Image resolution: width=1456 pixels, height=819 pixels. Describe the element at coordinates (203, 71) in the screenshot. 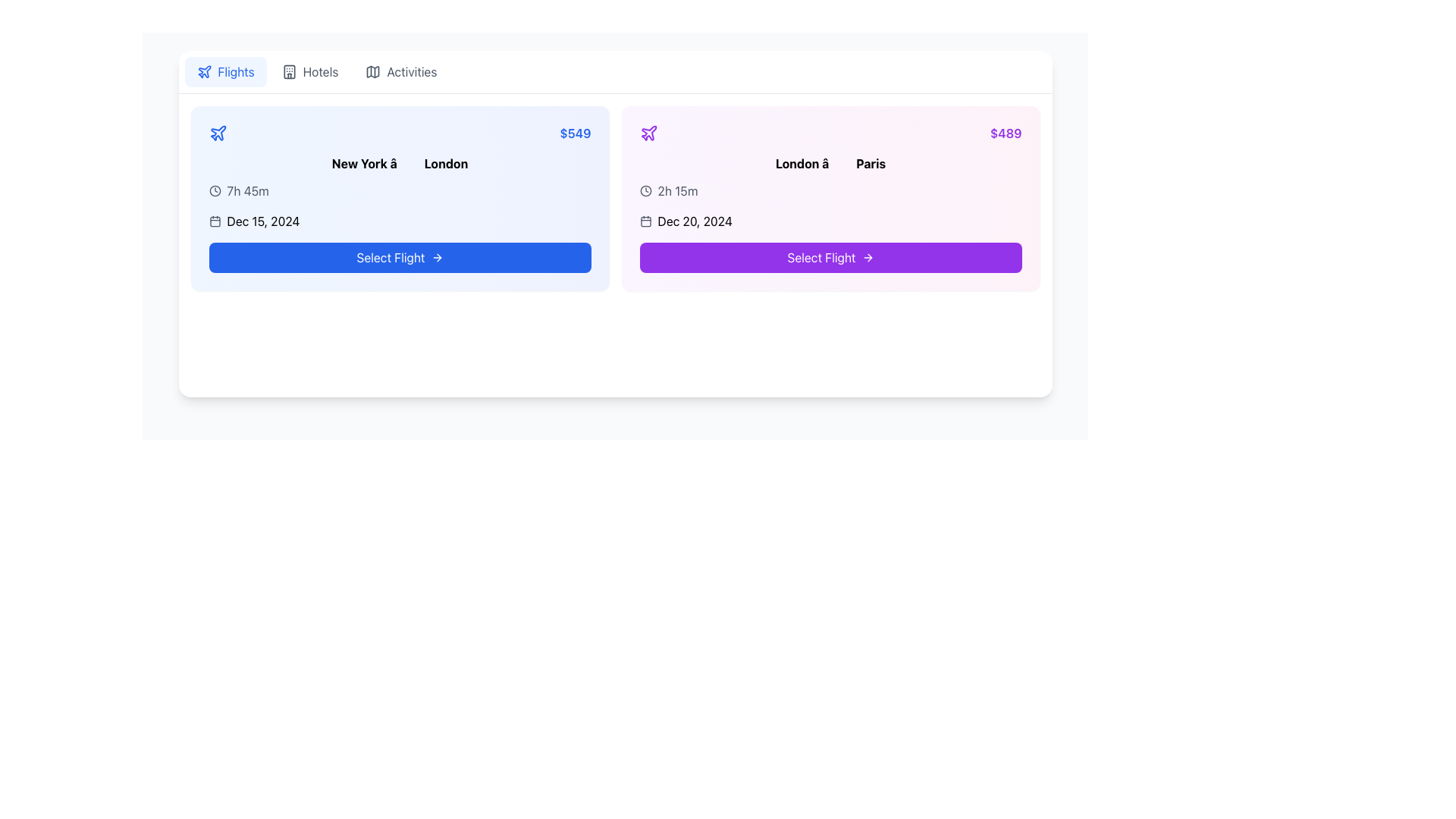

I see `the flight option icon located in the top-left corner of the blue background card, which emphasizes air travel` at that location.